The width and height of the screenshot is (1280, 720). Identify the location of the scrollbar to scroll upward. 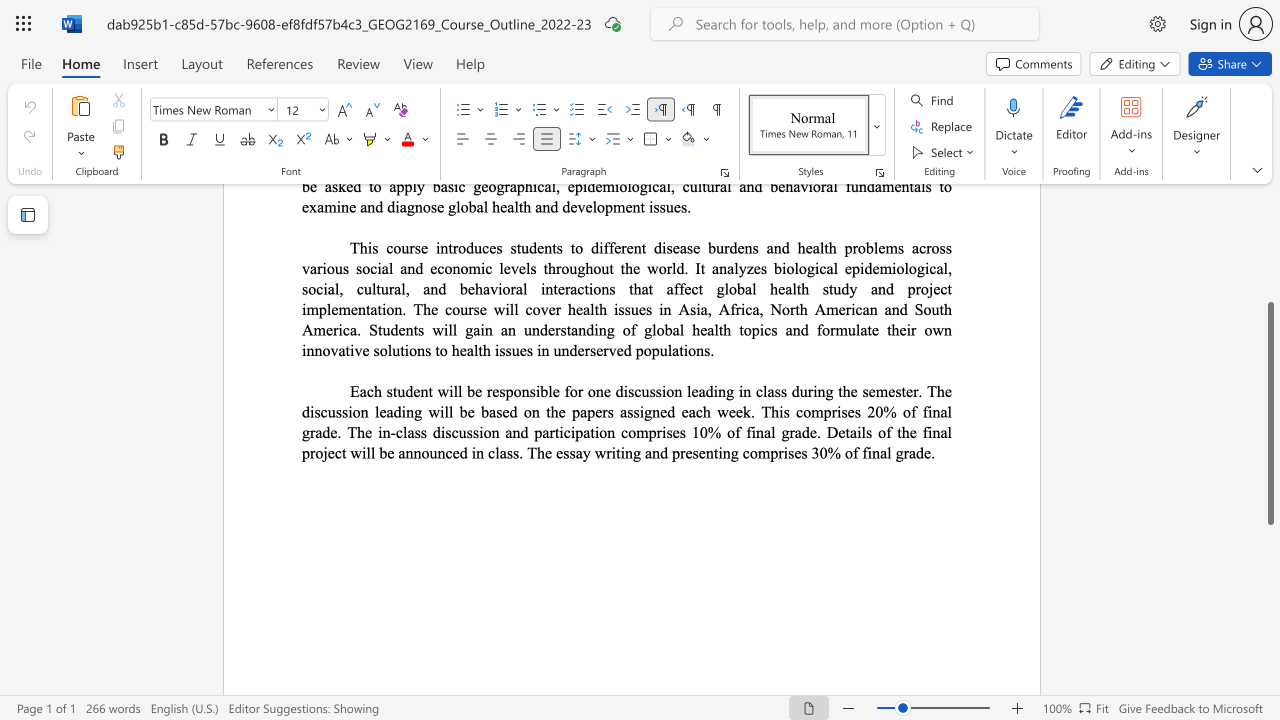
(1269, 290).